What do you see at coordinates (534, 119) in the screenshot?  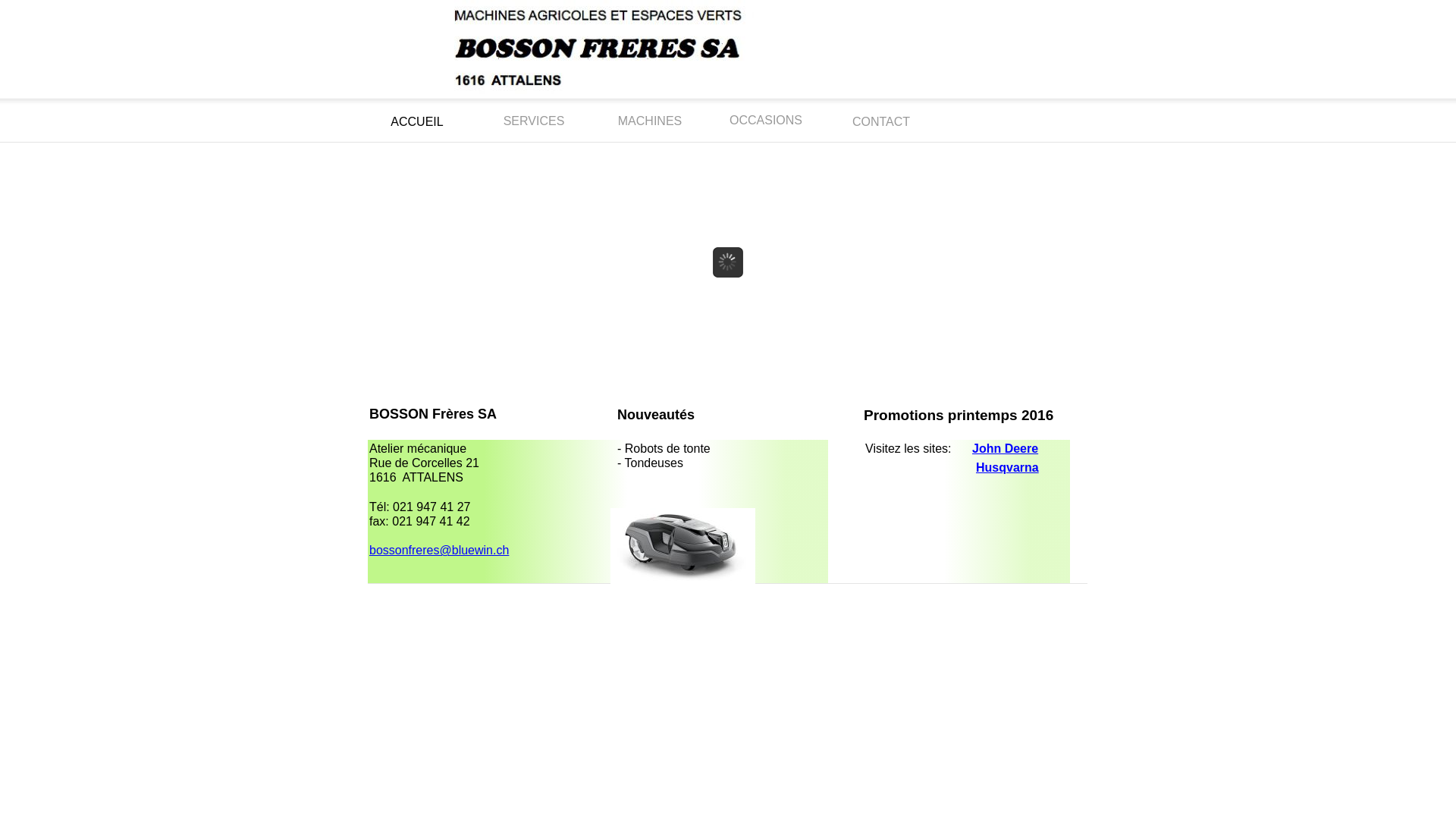 I see `'SERVICES'` at bounding box center [534, 119].